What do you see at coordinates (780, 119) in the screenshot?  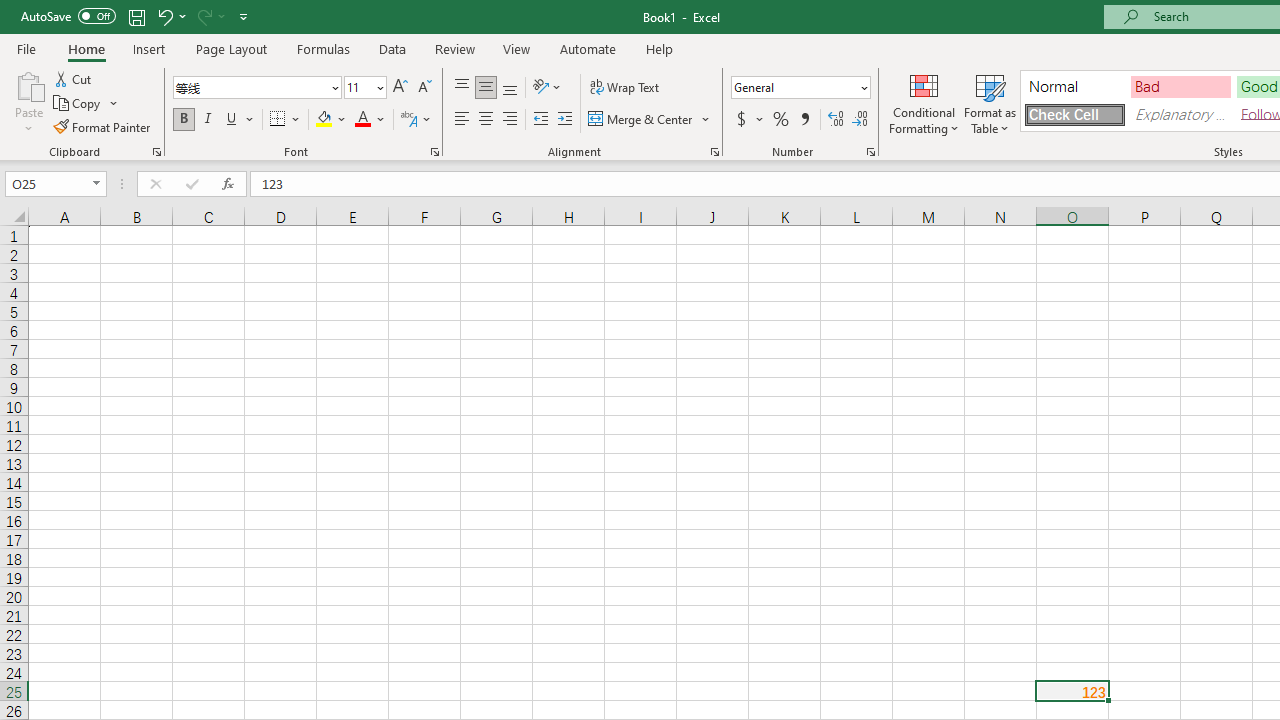 I see `'Percent Style'` at bounding box center [780, 119].